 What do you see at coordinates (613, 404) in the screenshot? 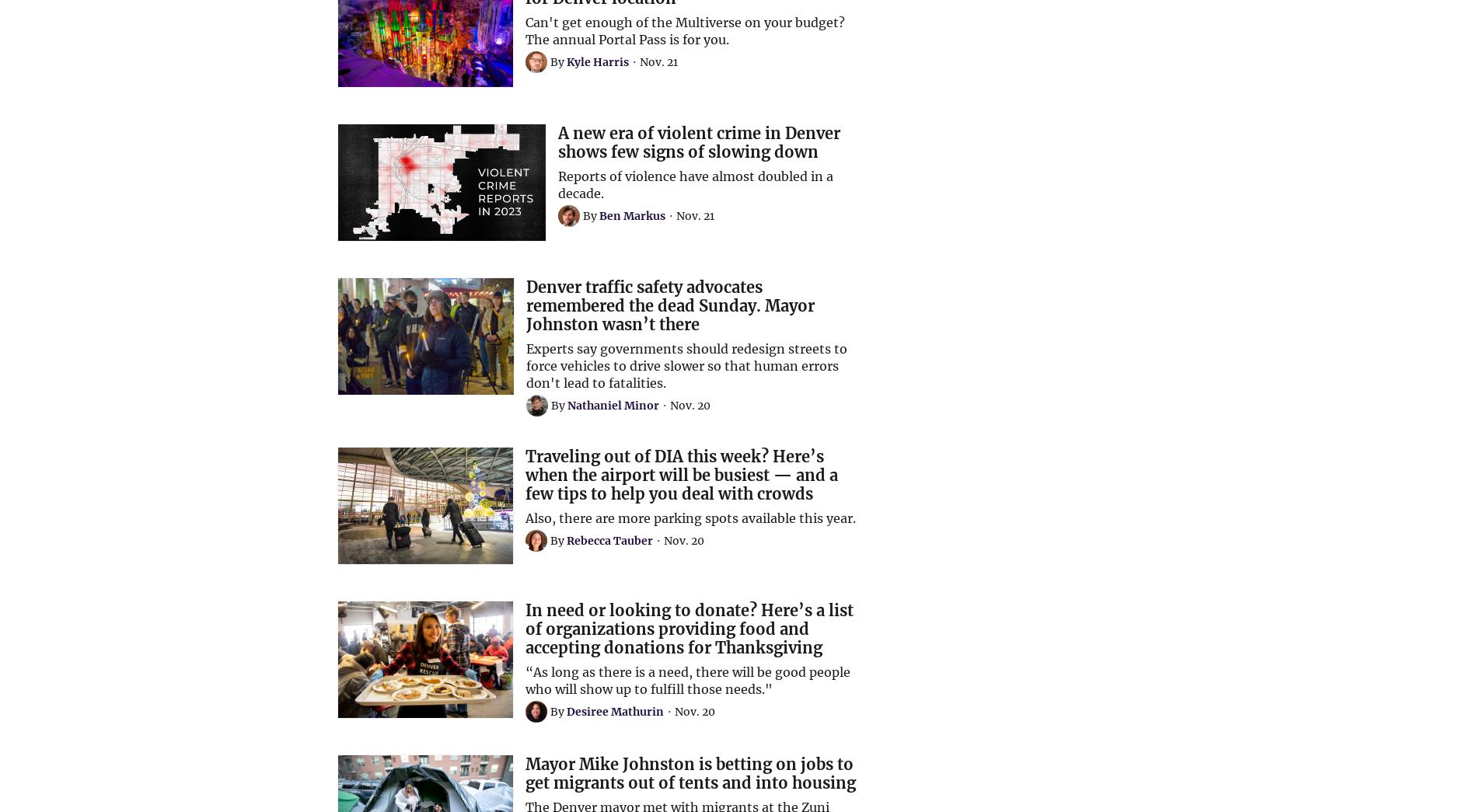
I see `'Nathaniel Minor'` at bounding box center [613, 404].